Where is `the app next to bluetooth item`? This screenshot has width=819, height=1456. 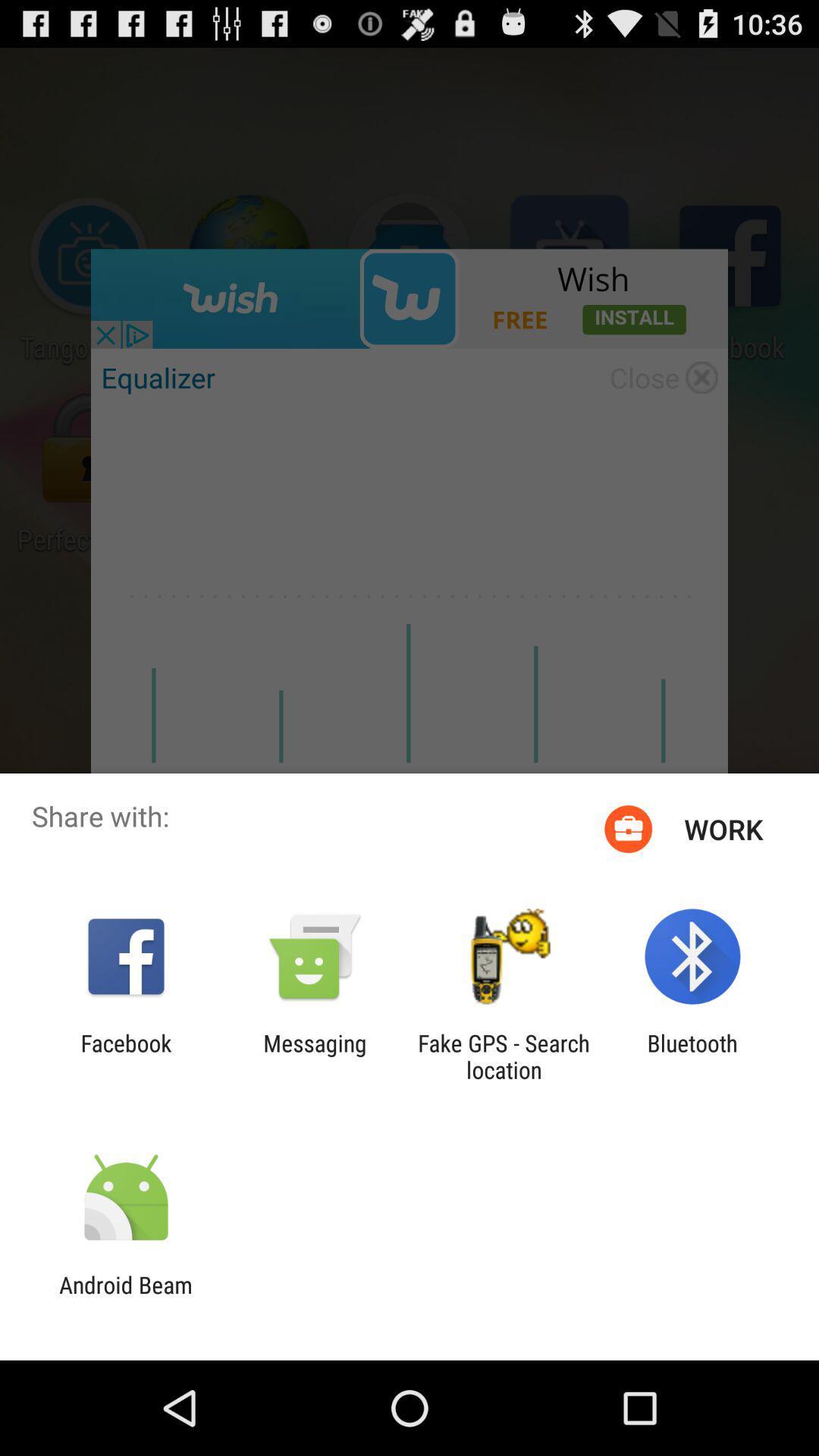 the app next to bluetooth item is located at coordinates (504, 1056).